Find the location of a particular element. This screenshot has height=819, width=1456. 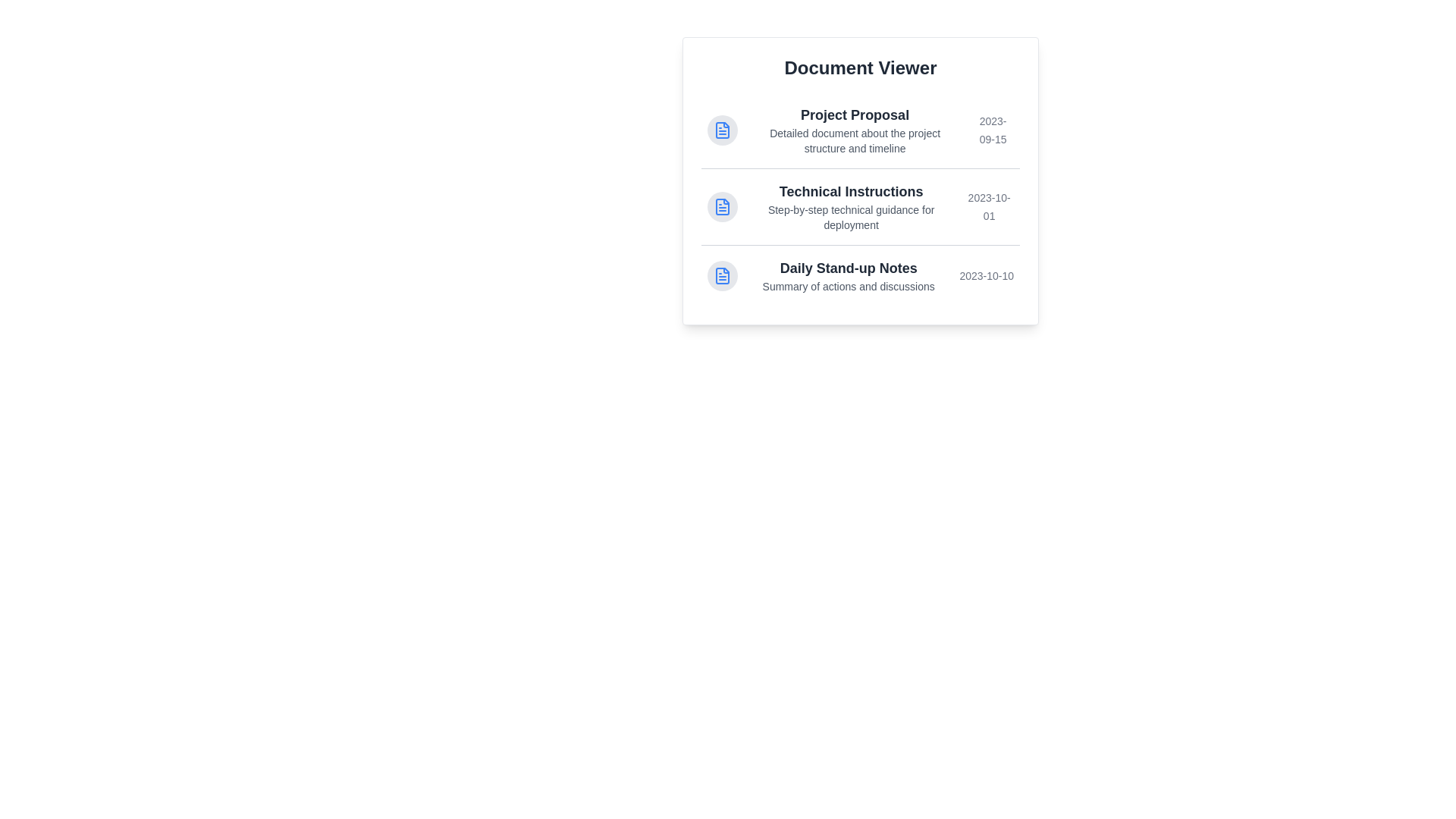

the document titled Daily Stand-up Notes is located at coordinates (860, 275).